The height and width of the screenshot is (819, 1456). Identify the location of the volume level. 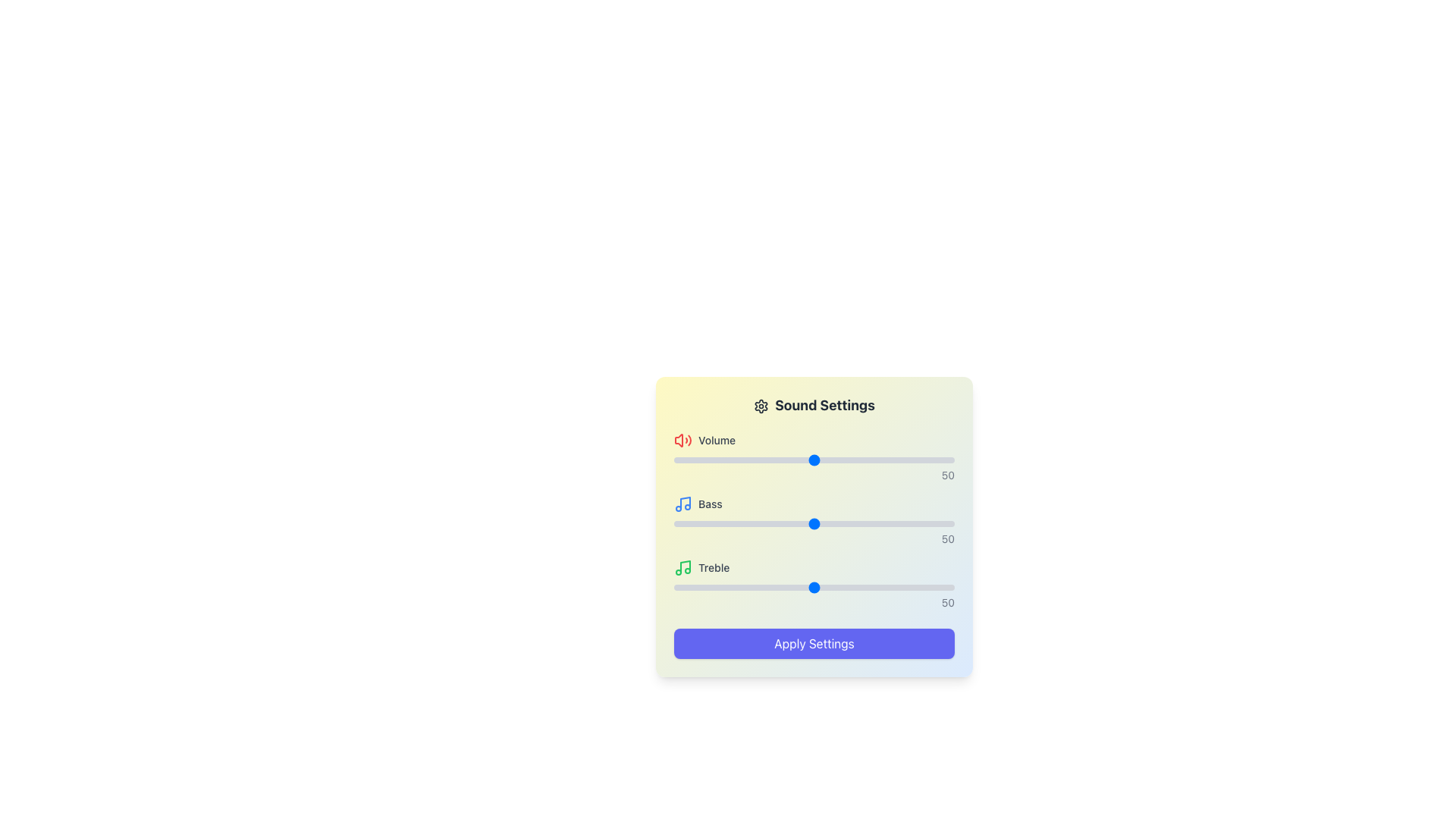
(746, 459).